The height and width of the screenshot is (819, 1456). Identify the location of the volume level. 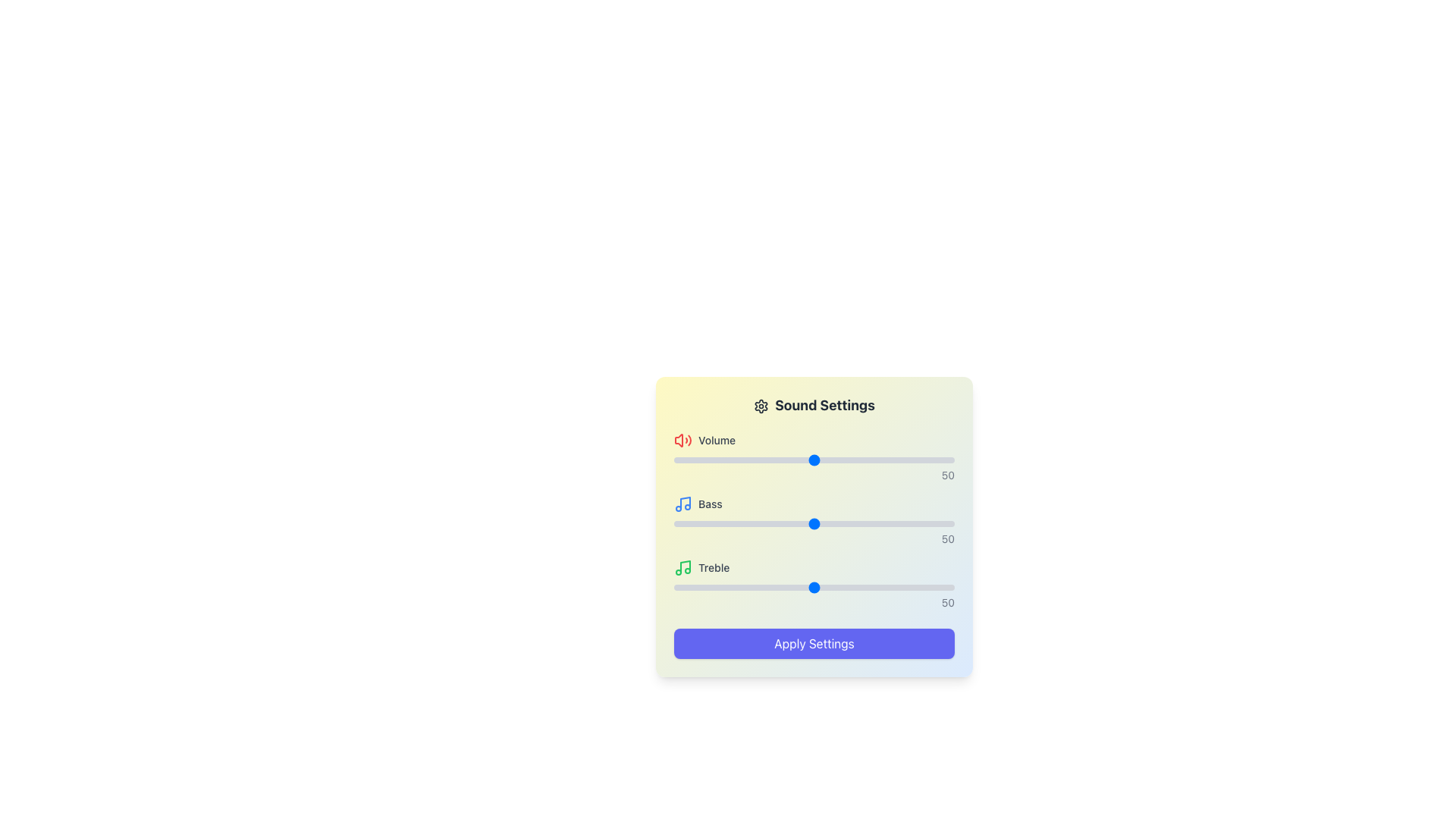
(746, 459).